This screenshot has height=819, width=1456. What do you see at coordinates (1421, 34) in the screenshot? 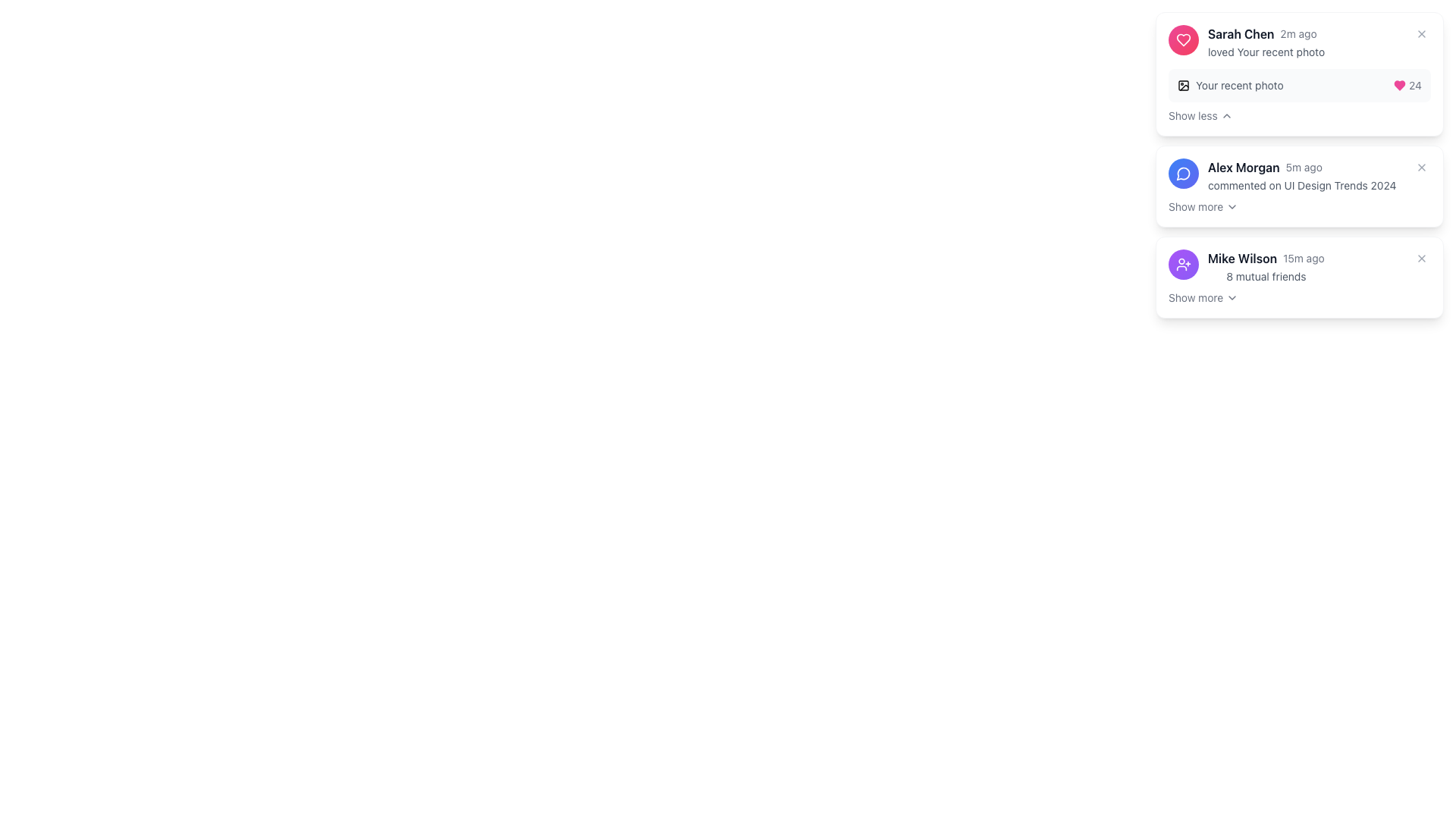
I see `the X button located at the top-right corner of the notification bubble from 'Sarah Chen'` at bounding box center [1421, 34].